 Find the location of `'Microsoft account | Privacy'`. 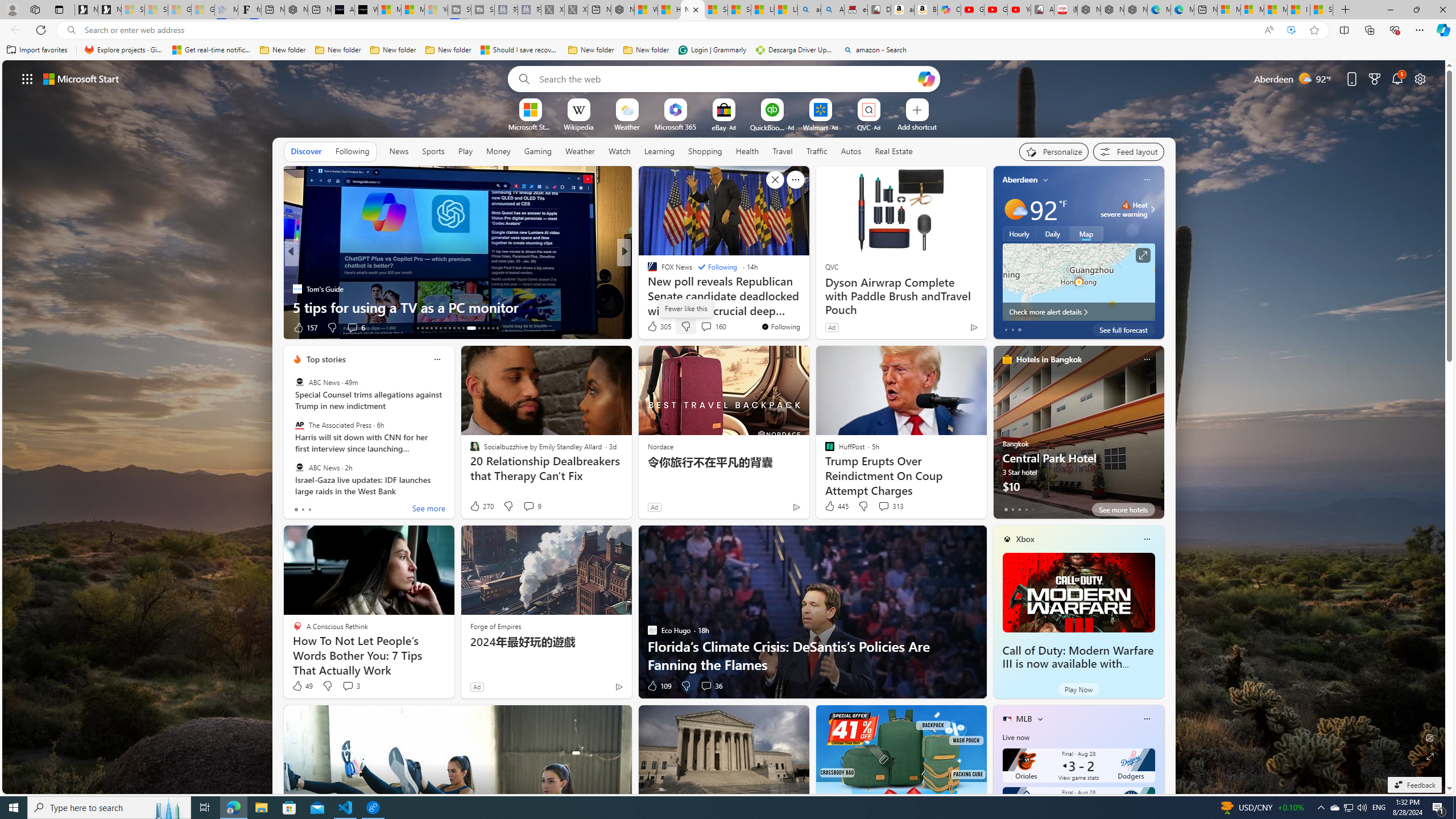

'Microsoft account | Privacy' is located at coordinates (1252, 9).